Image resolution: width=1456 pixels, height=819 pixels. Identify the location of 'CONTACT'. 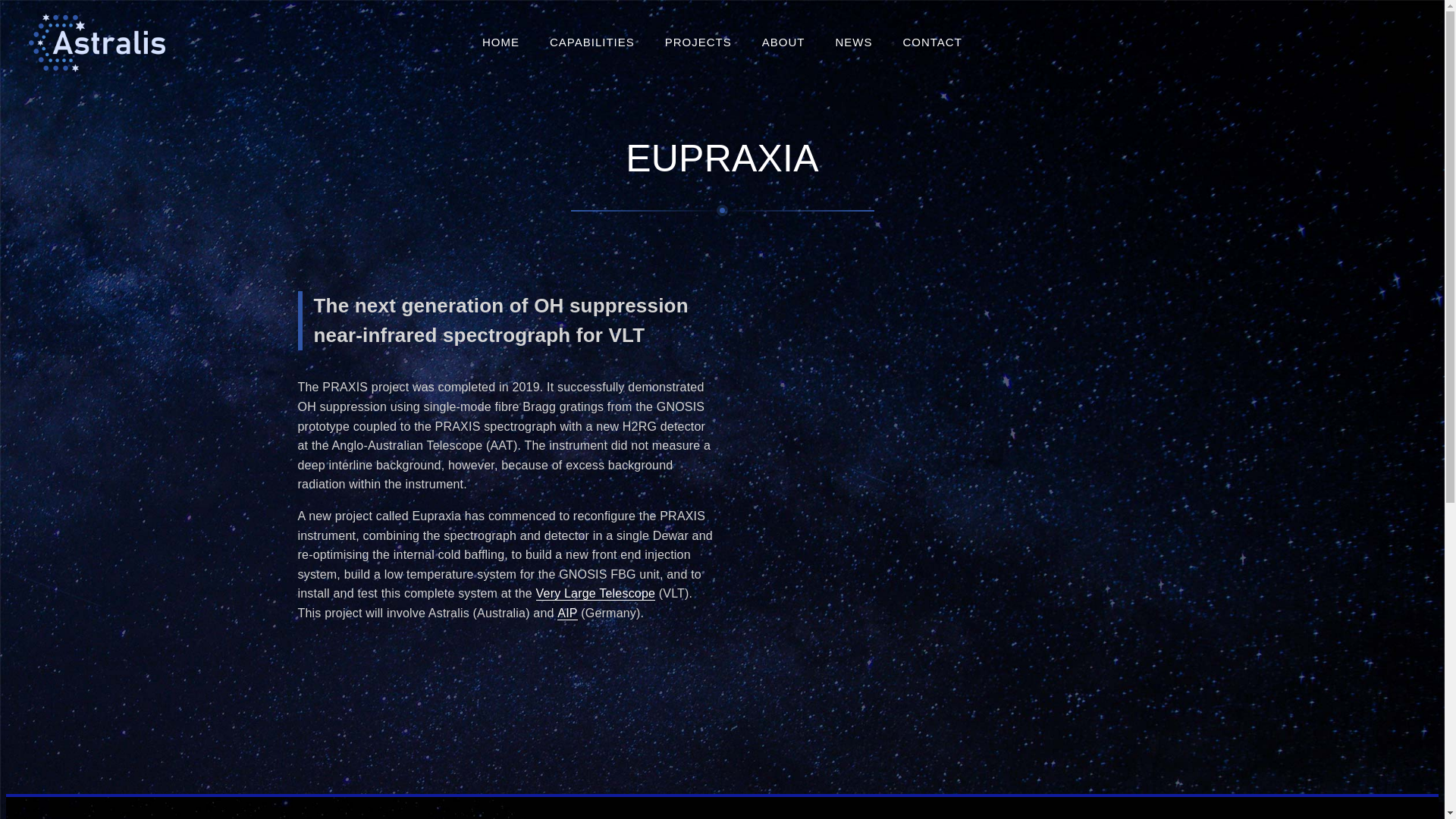
(930, 42).